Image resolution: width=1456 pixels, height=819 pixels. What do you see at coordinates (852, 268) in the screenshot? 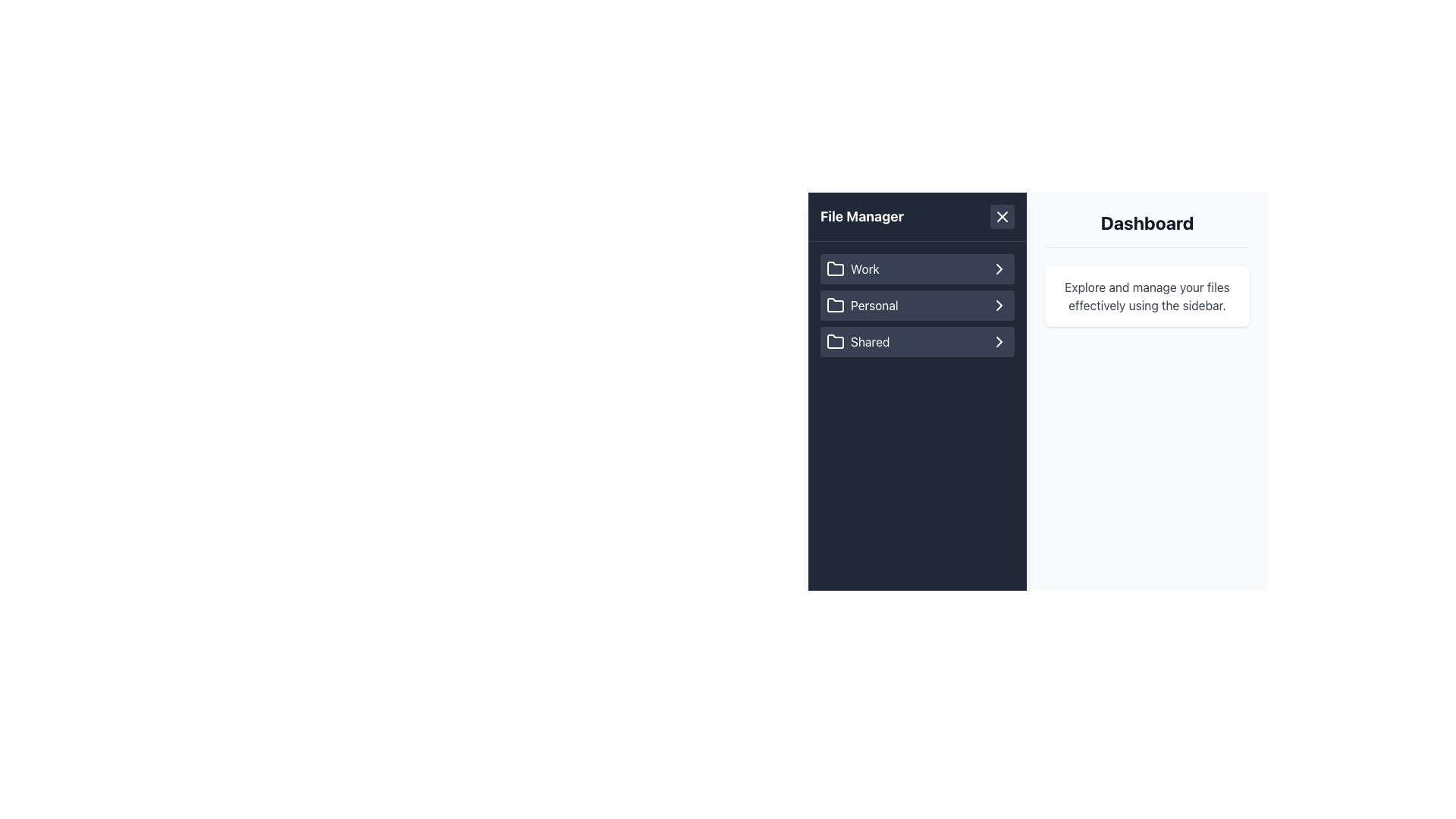
I see `the 'Work' label with icon in the file management interface` at bounding box center [852, 268].